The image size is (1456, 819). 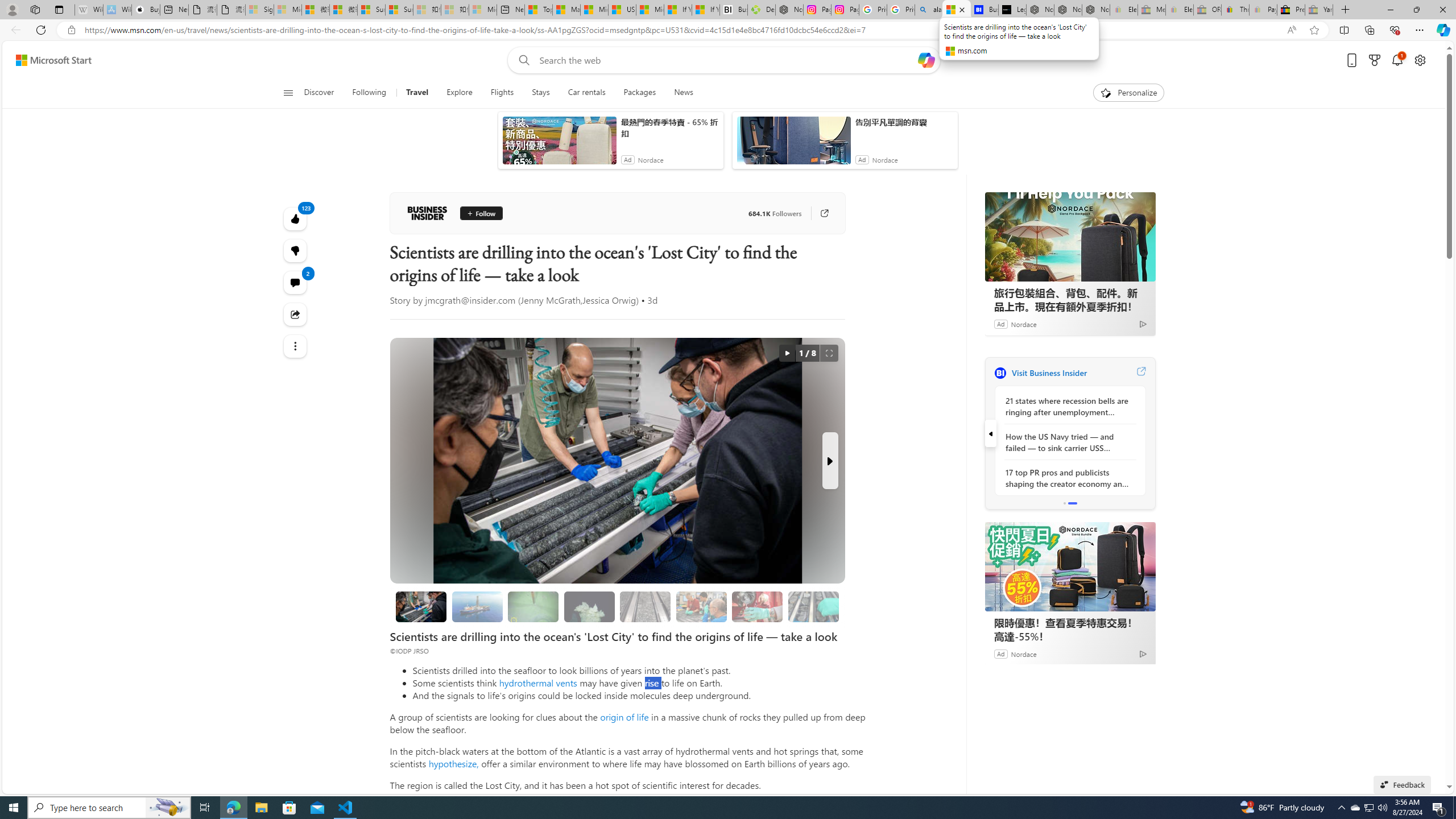 I want to click on 'Car rentals', so click(x=586, y=92).